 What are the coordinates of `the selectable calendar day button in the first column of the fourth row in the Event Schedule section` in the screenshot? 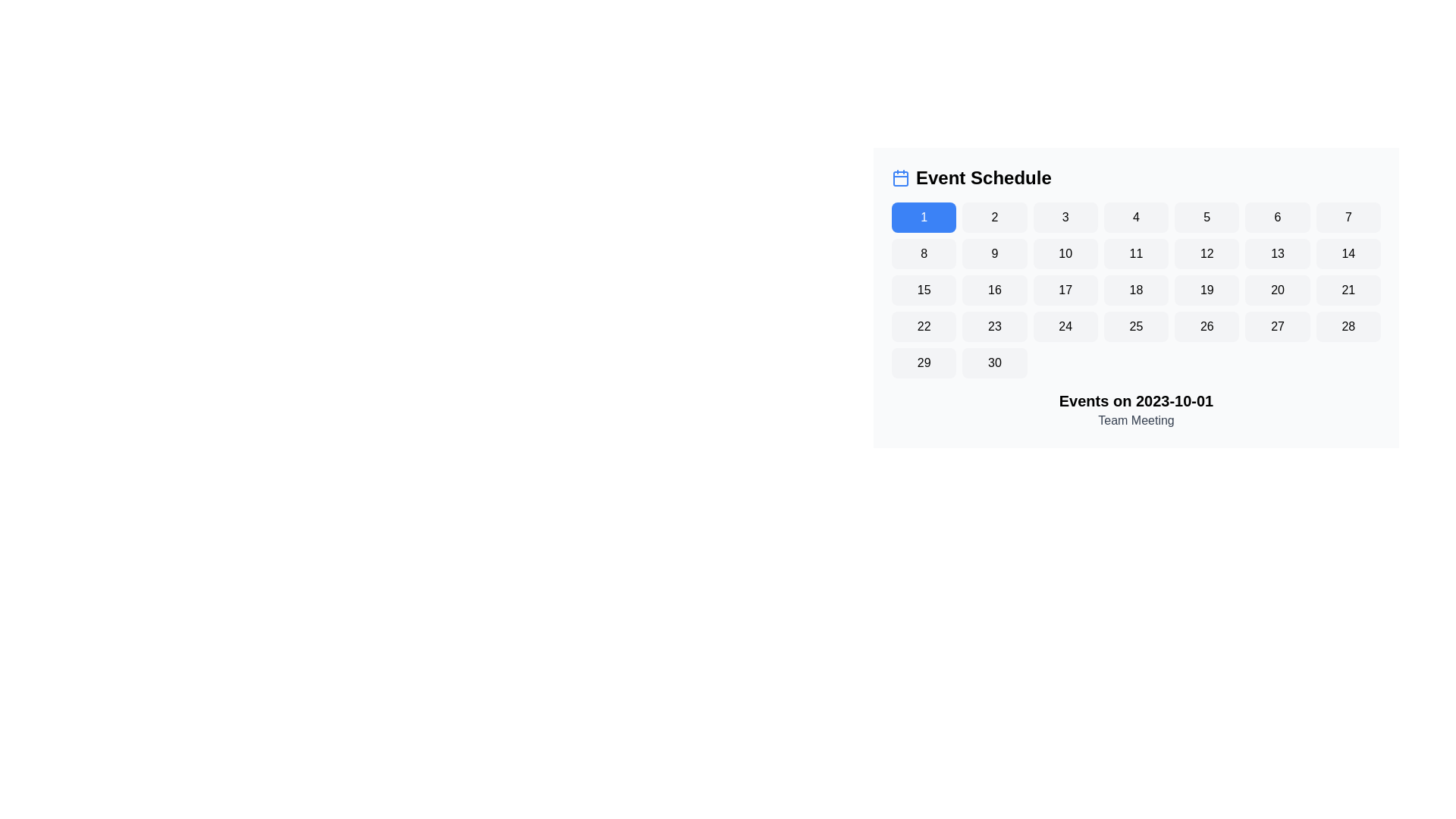 It's located at (923, 326).